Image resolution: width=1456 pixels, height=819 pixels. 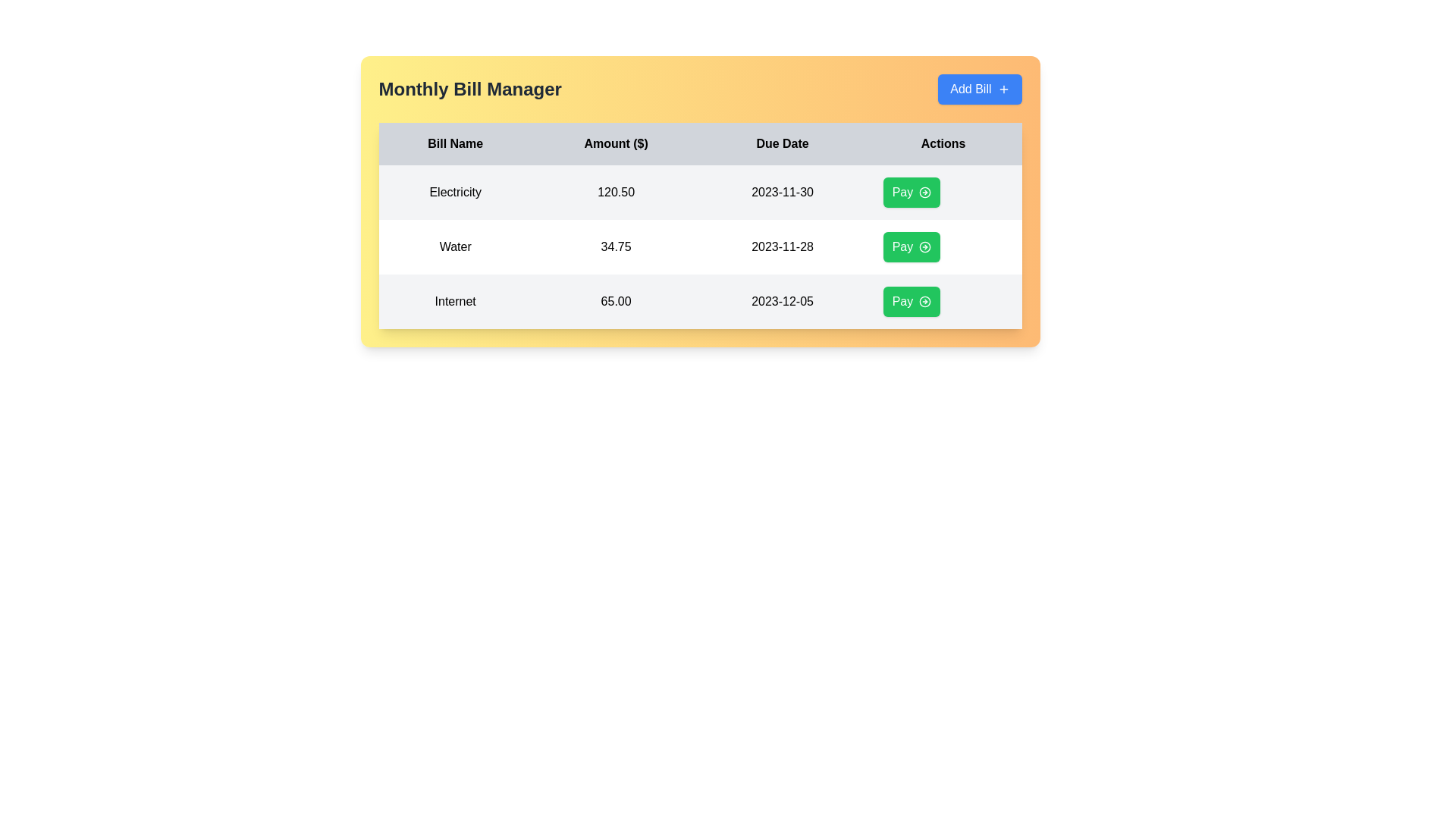 I want to click on the text component displaying the date '2023-12-05' in the 'Due Date' column of the 'Internet' bill row in the 'Monthly Bill Manager' section, so click(x=783, y=301).